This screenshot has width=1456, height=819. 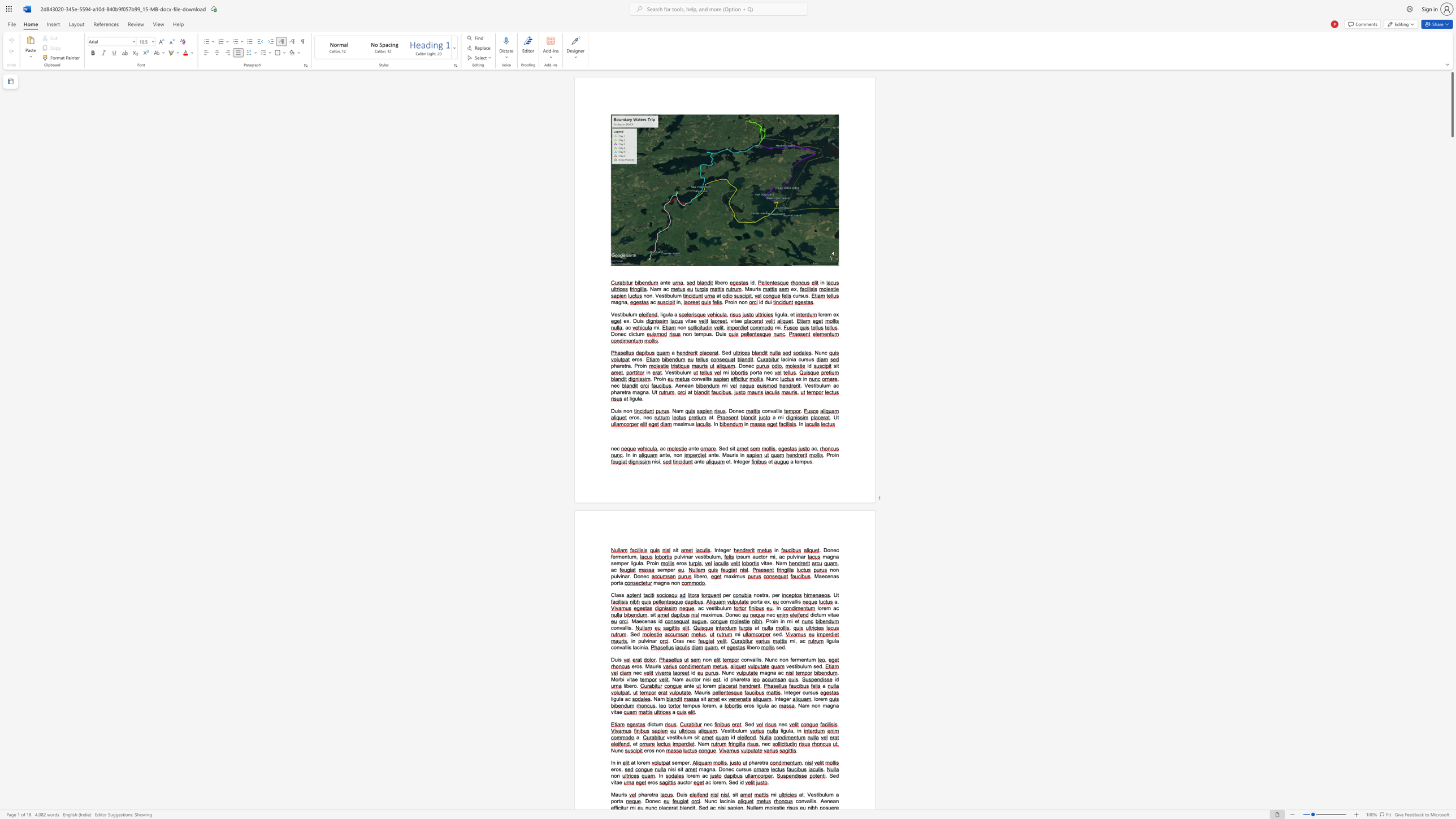 I want to click on the 2th character "e" in the text, so click(x=817, y=666).